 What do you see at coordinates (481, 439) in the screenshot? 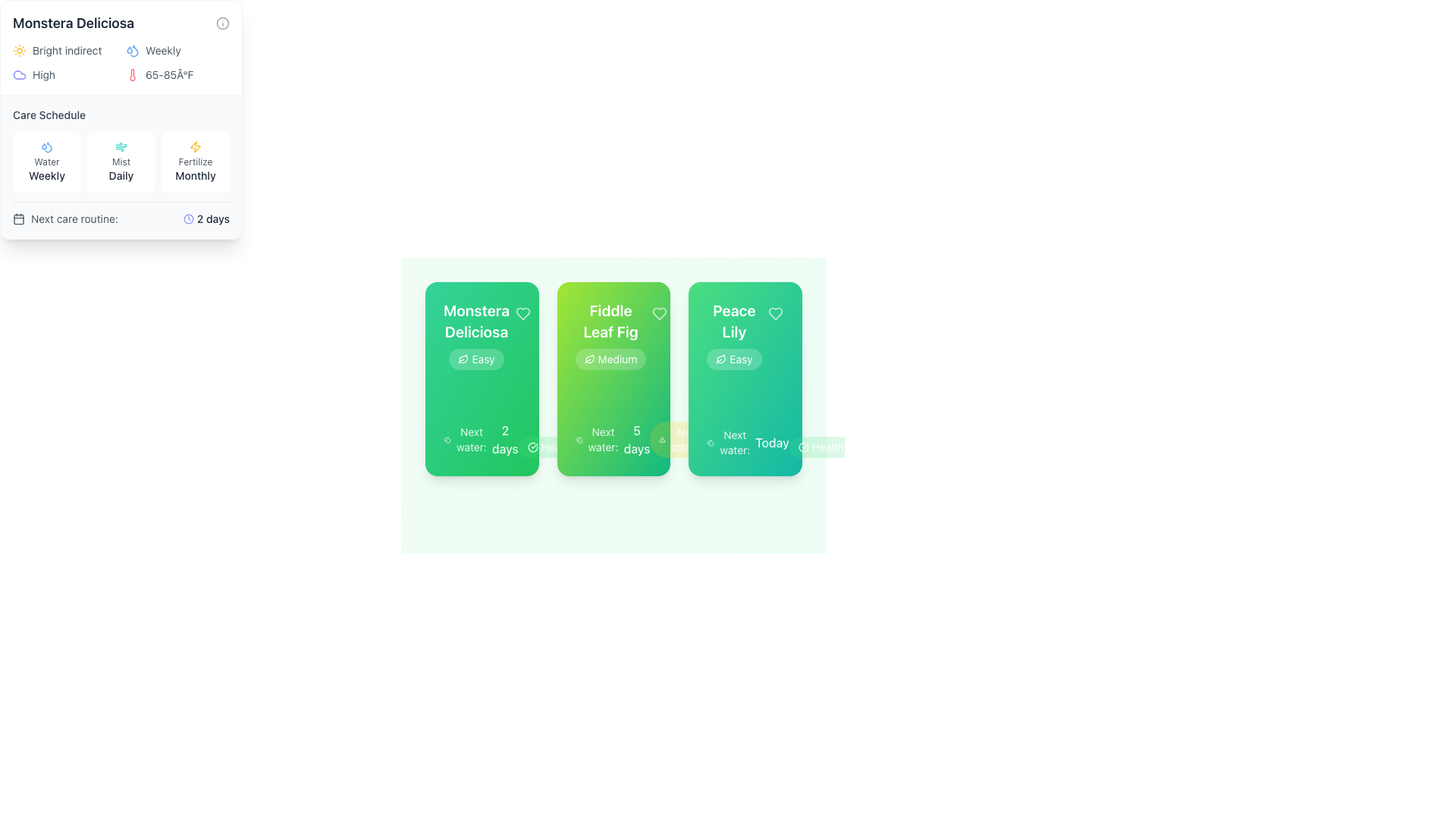
I see `the text portion of the 'Next water: 2 days Healthy' display element, which is located at the bottom of the 'Monstera Deliciosa' card, indicated by the white text on a green background` at bounding box center [481, 439].